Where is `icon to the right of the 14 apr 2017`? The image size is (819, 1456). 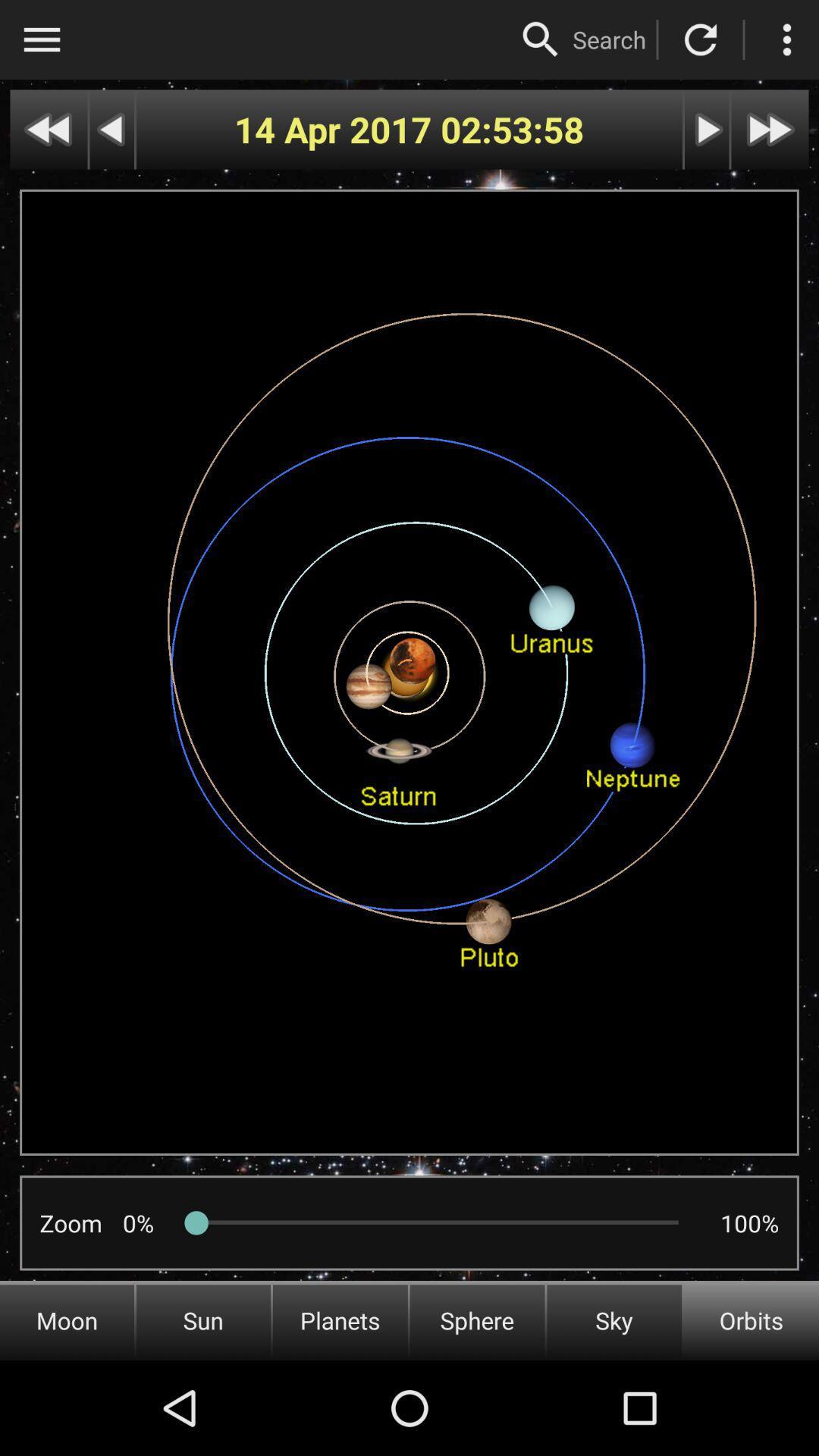 icon to the right of the 14 apr 2017 is located at coordinates (512, 130).